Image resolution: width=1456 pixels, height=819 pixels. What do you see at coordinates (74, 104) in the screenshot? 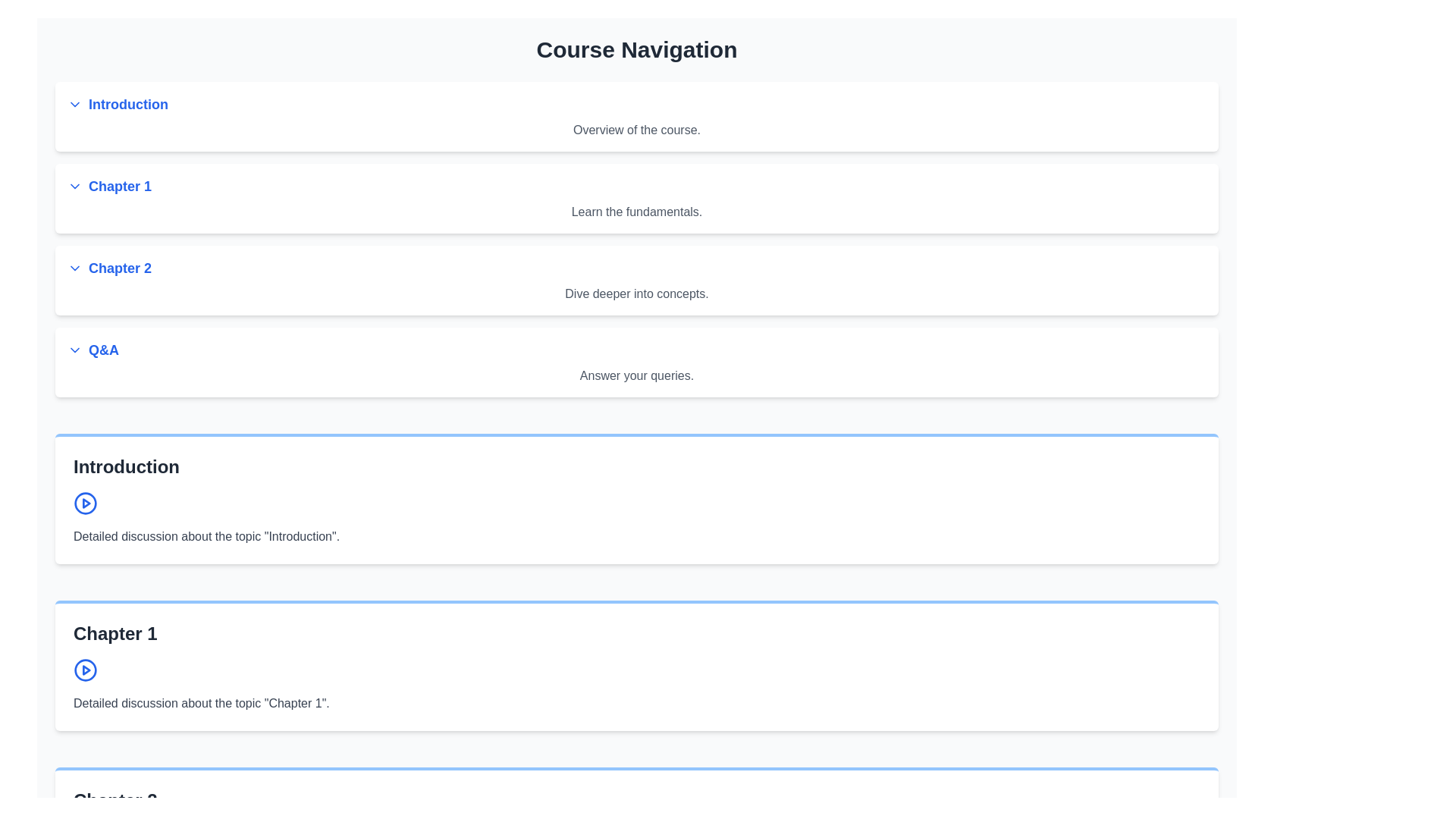
I see `the SVG Icon representing a chevron-down located to the left of the 'Introduction' section header for visual feedback` at bounding box center [74, 104].